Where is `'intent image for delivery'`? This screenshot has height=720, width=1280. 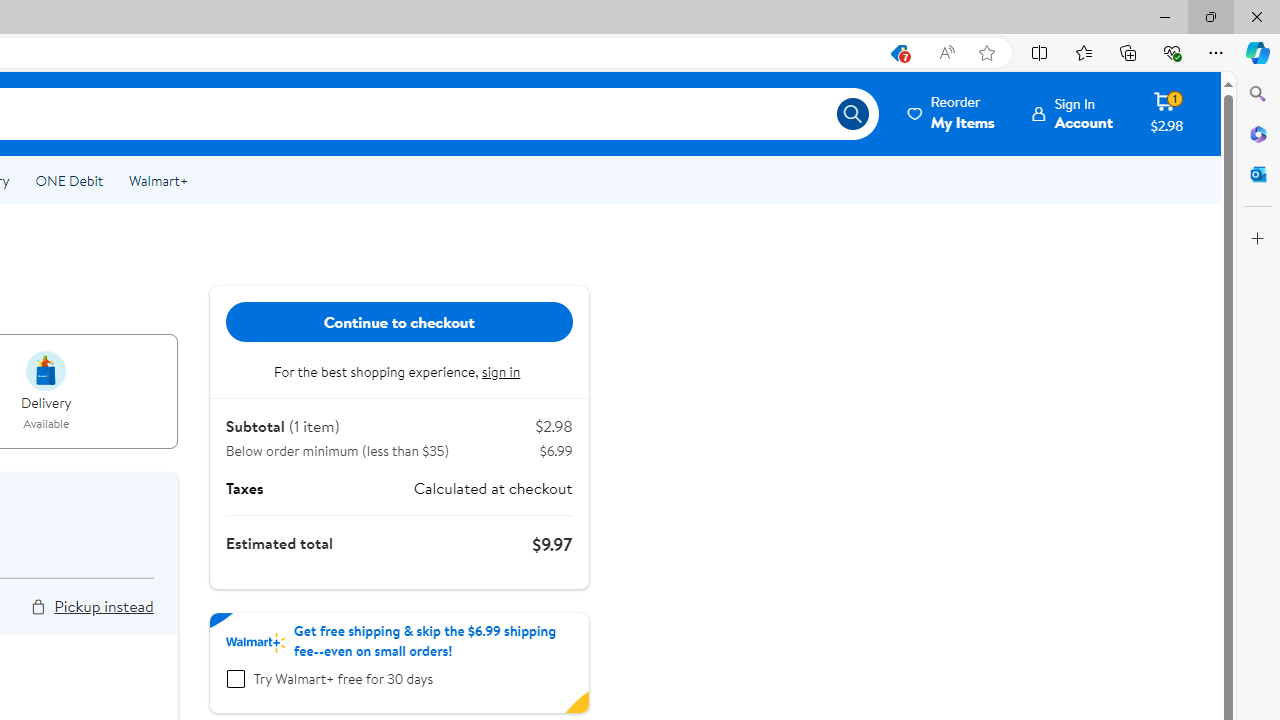
'intent image for delivery' is located at coordinates (46, 371).